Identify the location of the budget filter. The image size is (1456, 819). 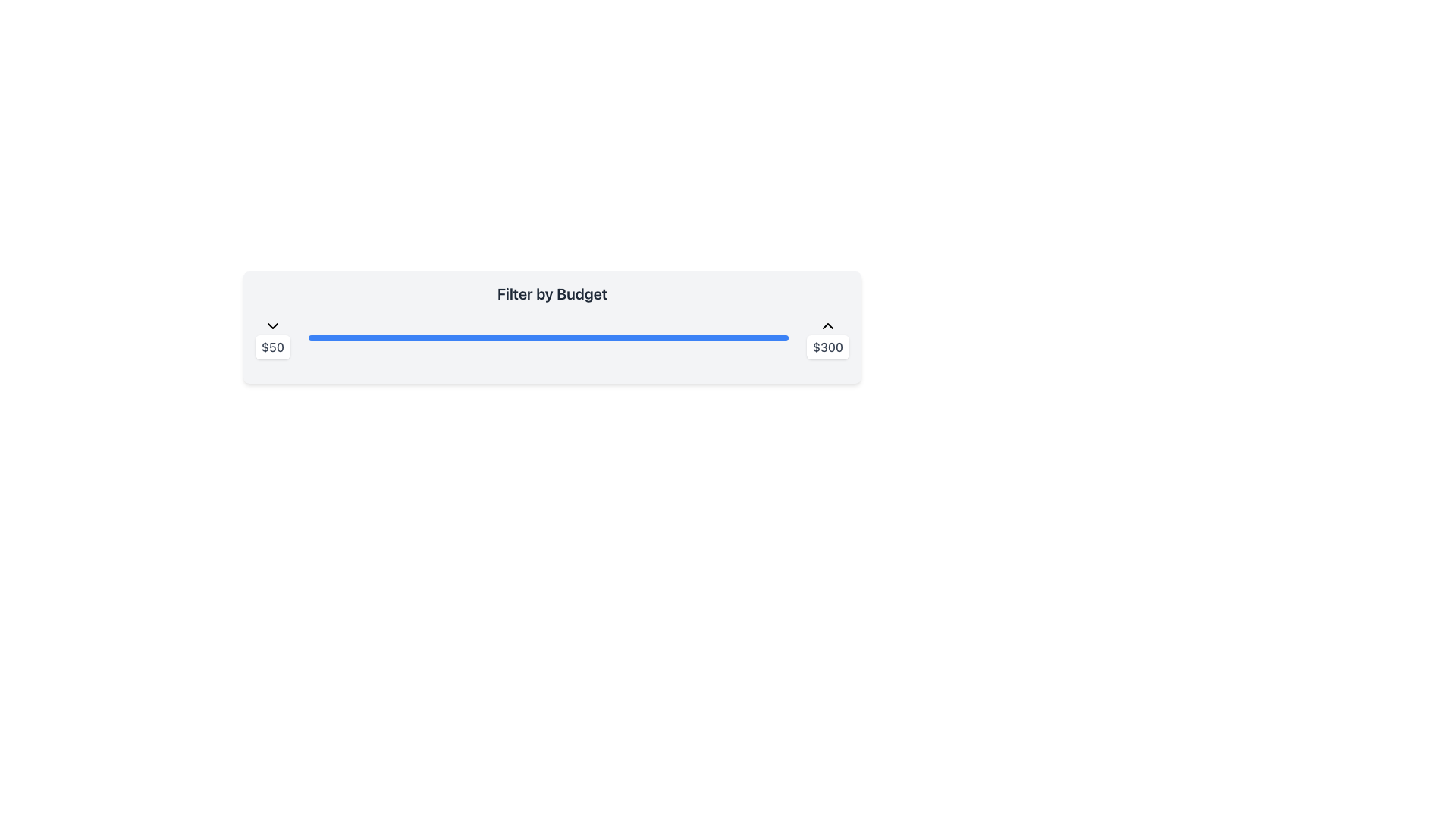
(535, 337).